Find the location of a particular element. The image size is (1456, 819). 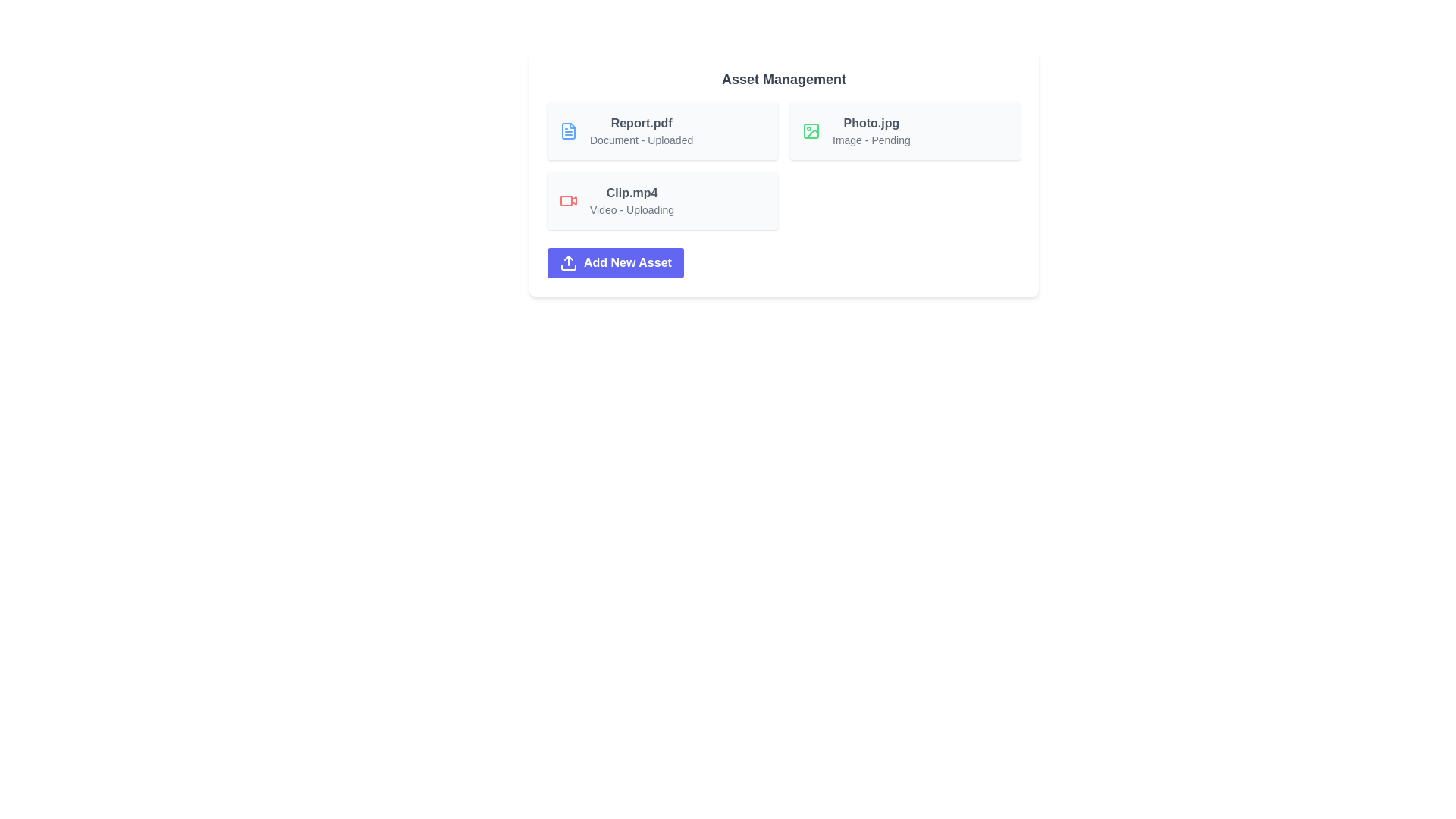

'Add New Asset' button is located at coordinates (615, 262).